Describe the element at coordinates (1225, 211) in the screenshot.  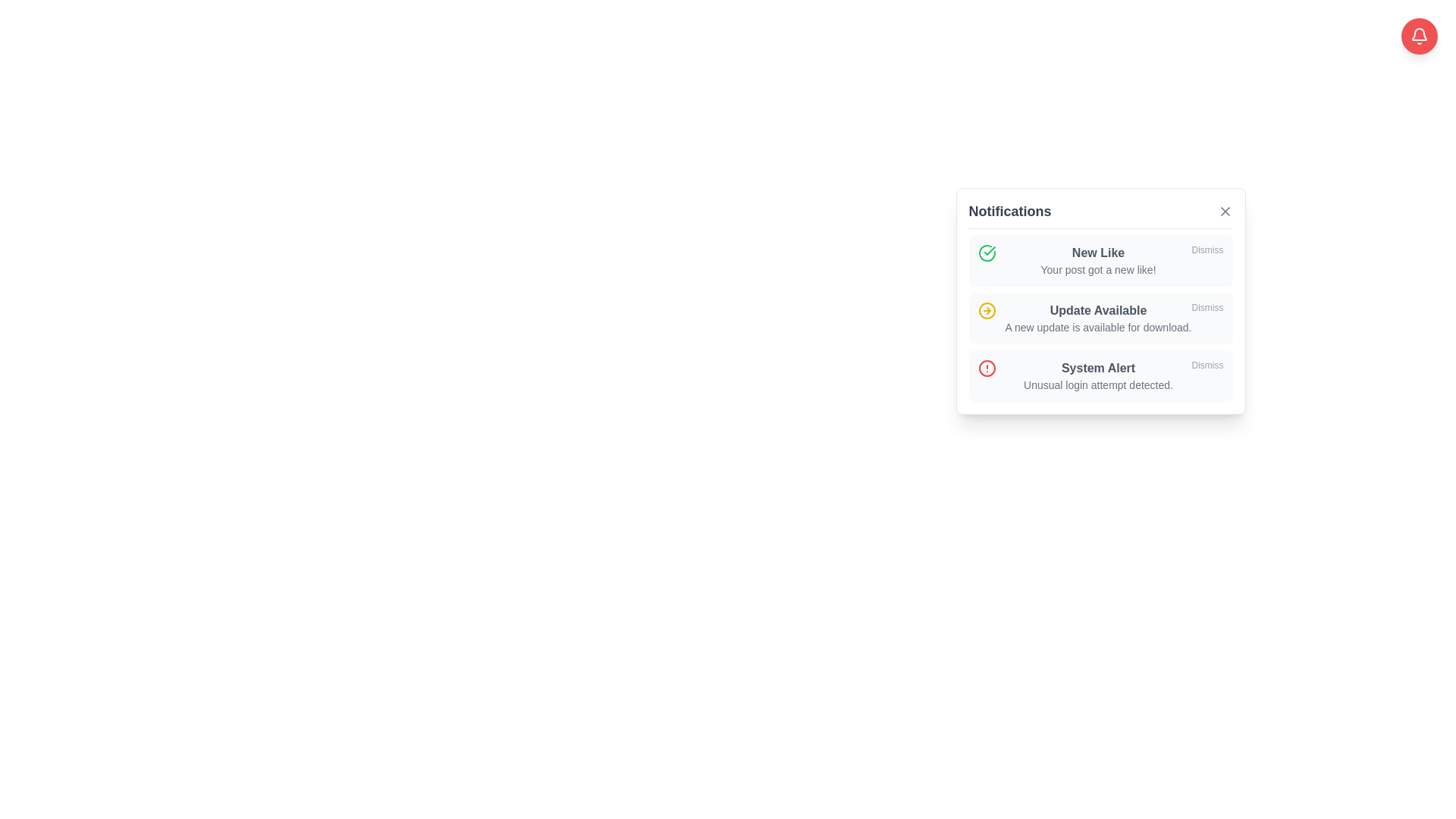
I see `the close button located in the top-right corner of the notification panel` at that location.